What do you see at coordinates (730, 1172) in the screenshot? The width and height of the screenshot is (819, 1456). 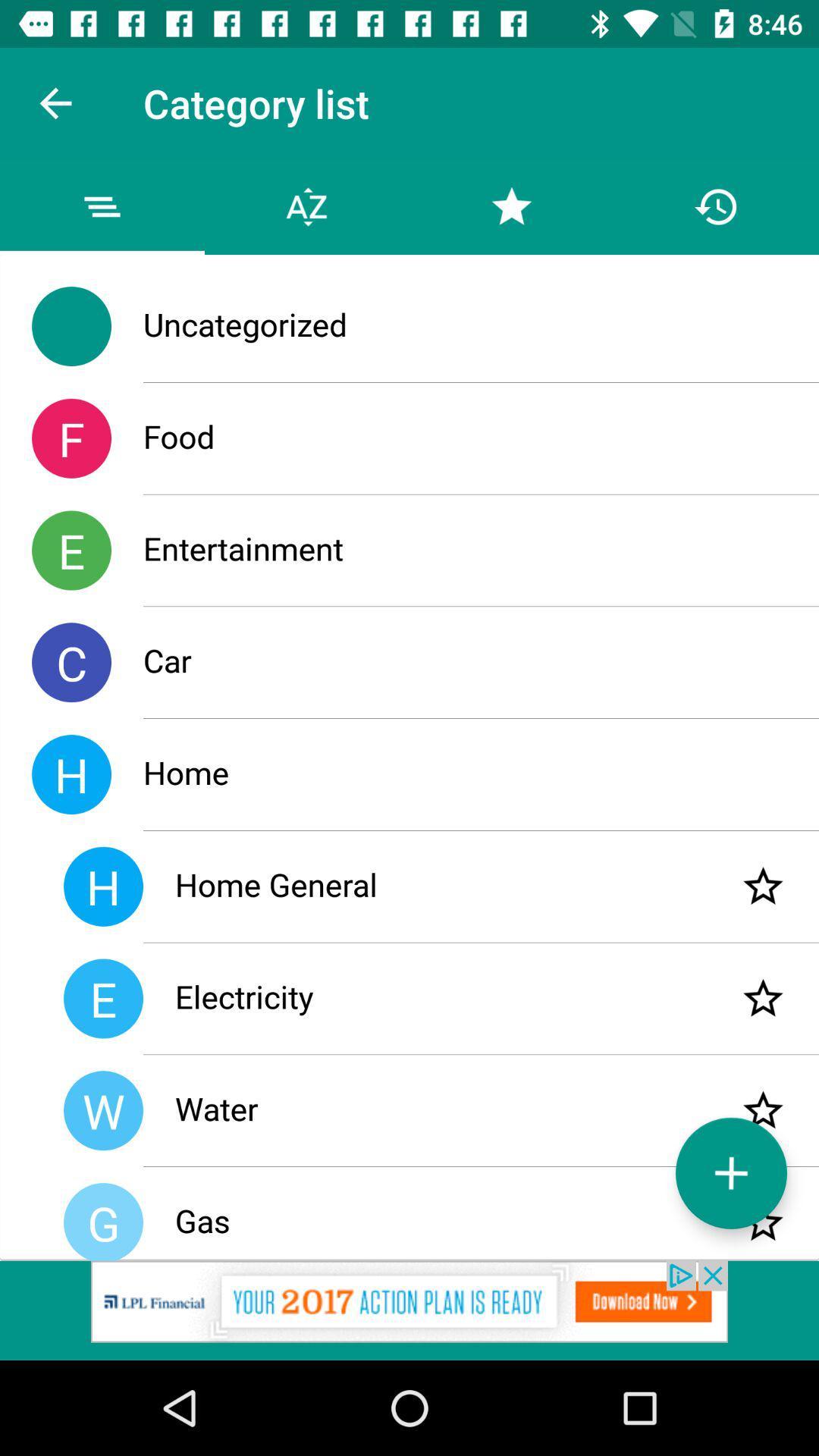 I see `the add icon` at bounding box center [730, 1172].